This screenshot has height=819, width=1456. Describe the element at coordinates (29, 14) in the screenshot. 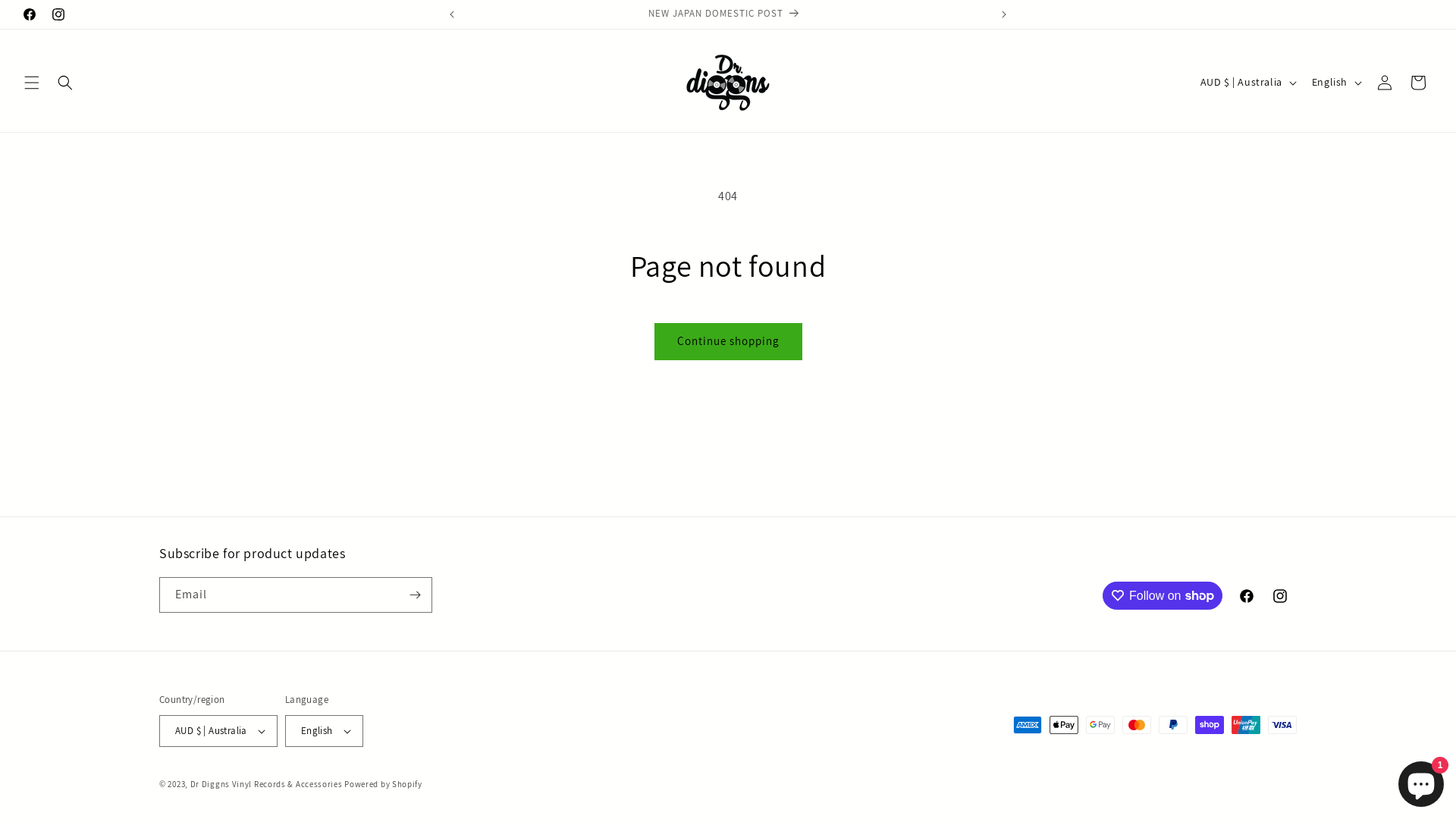

I see `'Facebook'` at that location.